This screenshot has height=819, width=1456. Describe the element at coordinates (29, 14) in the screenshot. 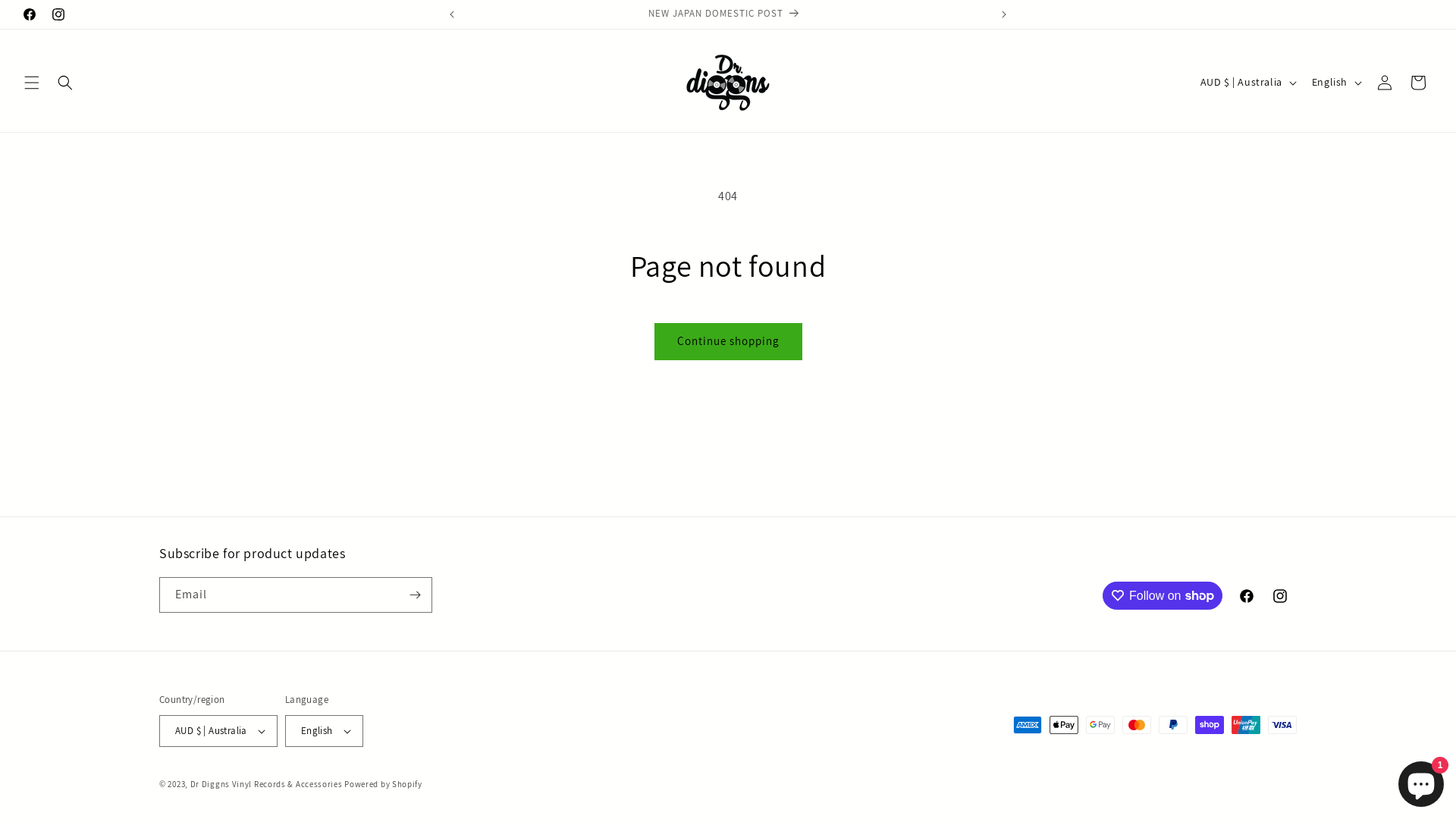

I see `'Facebook'` at that location.